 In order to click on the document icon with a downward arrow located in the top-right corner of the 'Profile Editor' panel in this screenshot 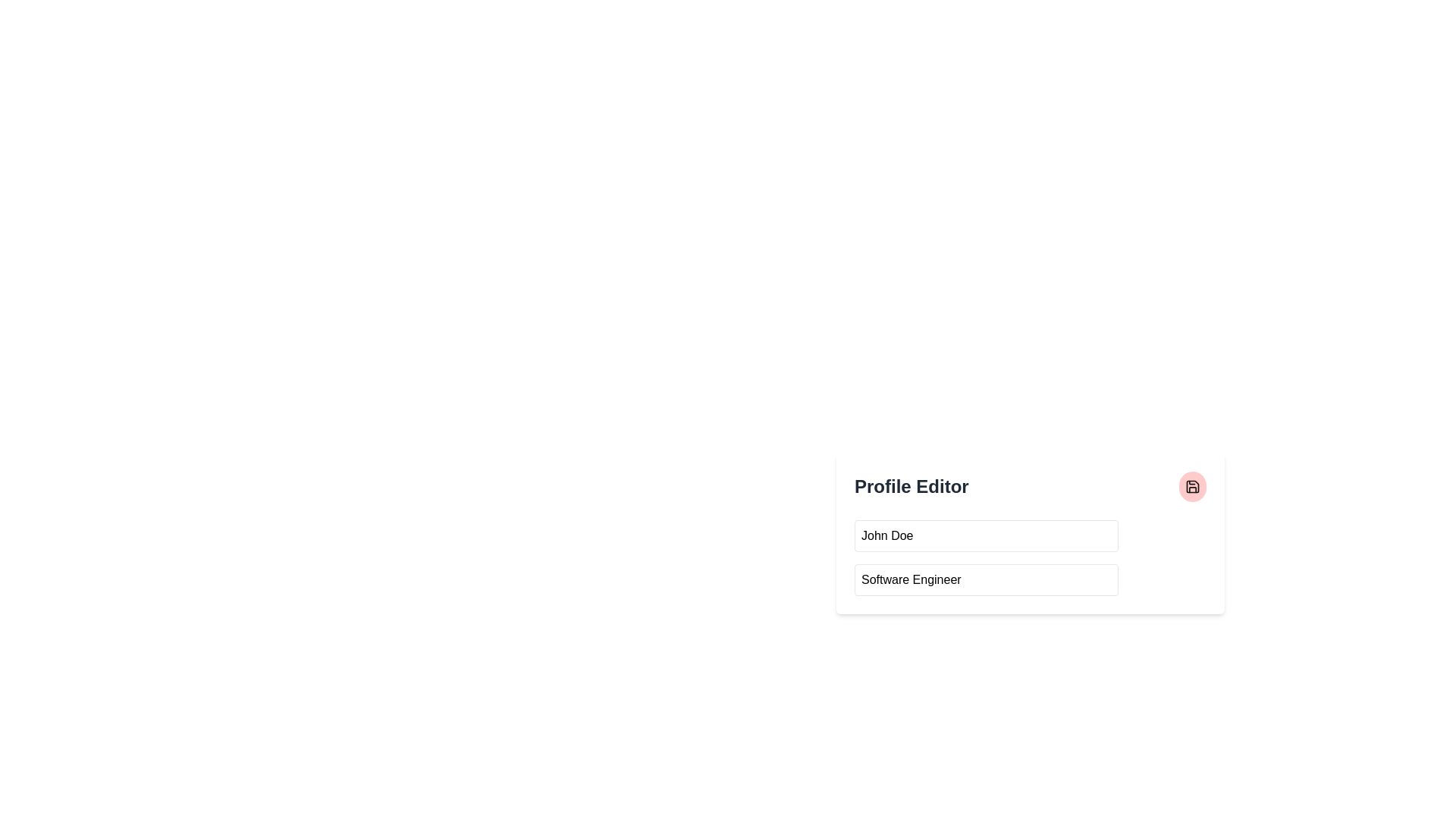, I will do `click(1192, 486)`.